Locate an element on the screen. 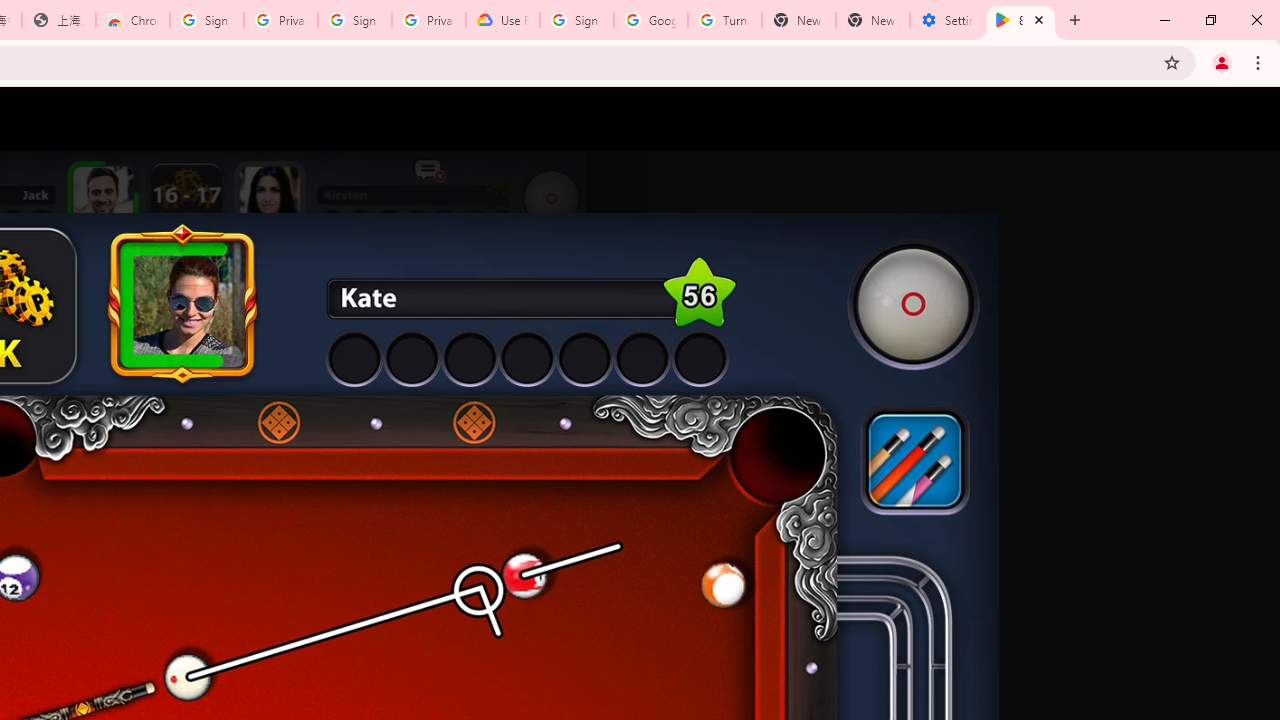 This screenshot has width=1280, height=720. 'Chrome Web Store - Color themes by Chrome' is located at coordinates (132, 20).